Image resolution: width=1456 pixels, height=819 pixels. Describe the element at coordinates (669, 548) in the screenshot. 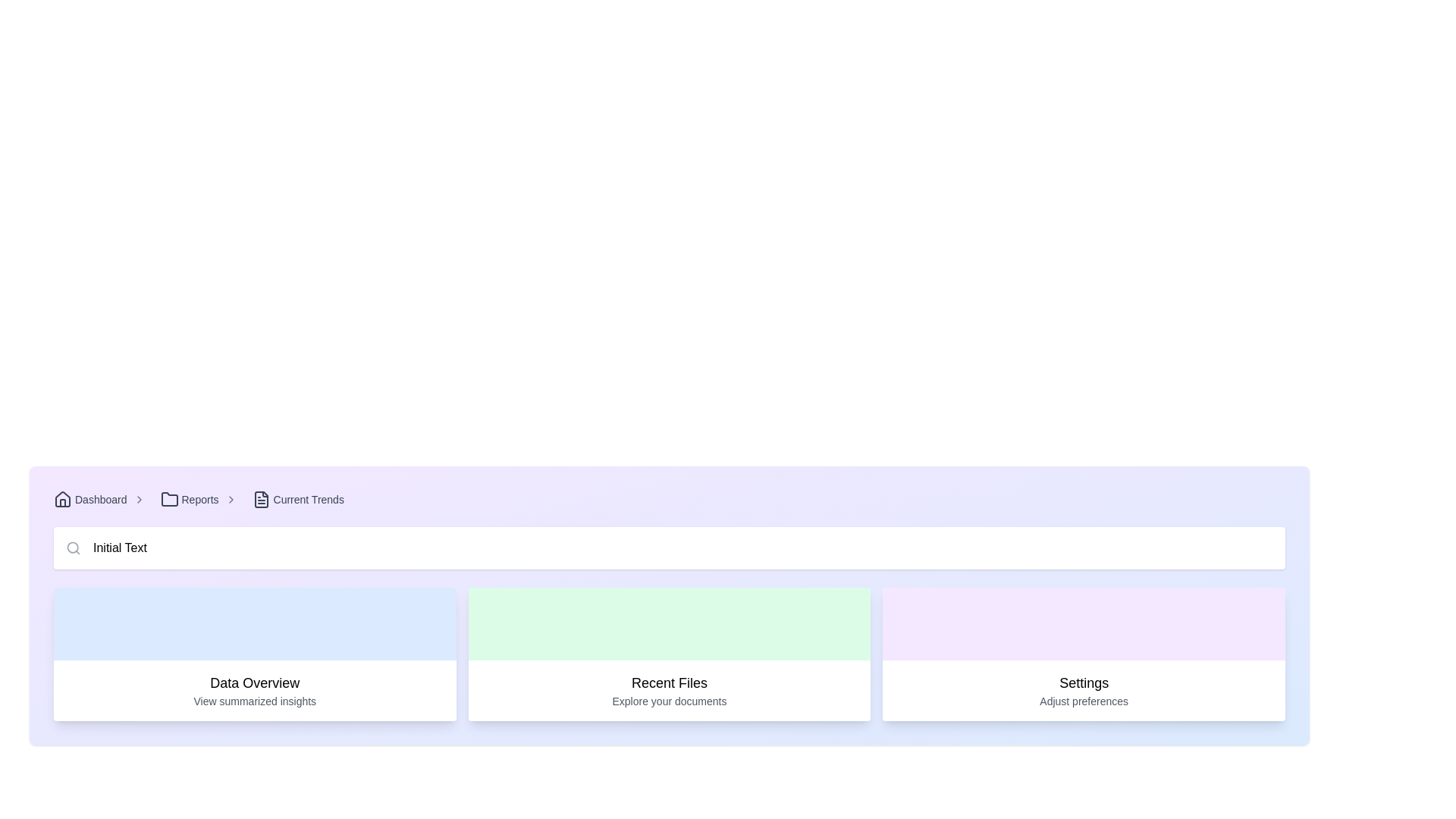

I see `text within the input field (search bar) located beneath the breadcrumb section labeled 'Dashboard > Reports > Current Trends' and above the content cards labeled 'Data Overview', 'Recent Files', and 'Settings'` at that location.